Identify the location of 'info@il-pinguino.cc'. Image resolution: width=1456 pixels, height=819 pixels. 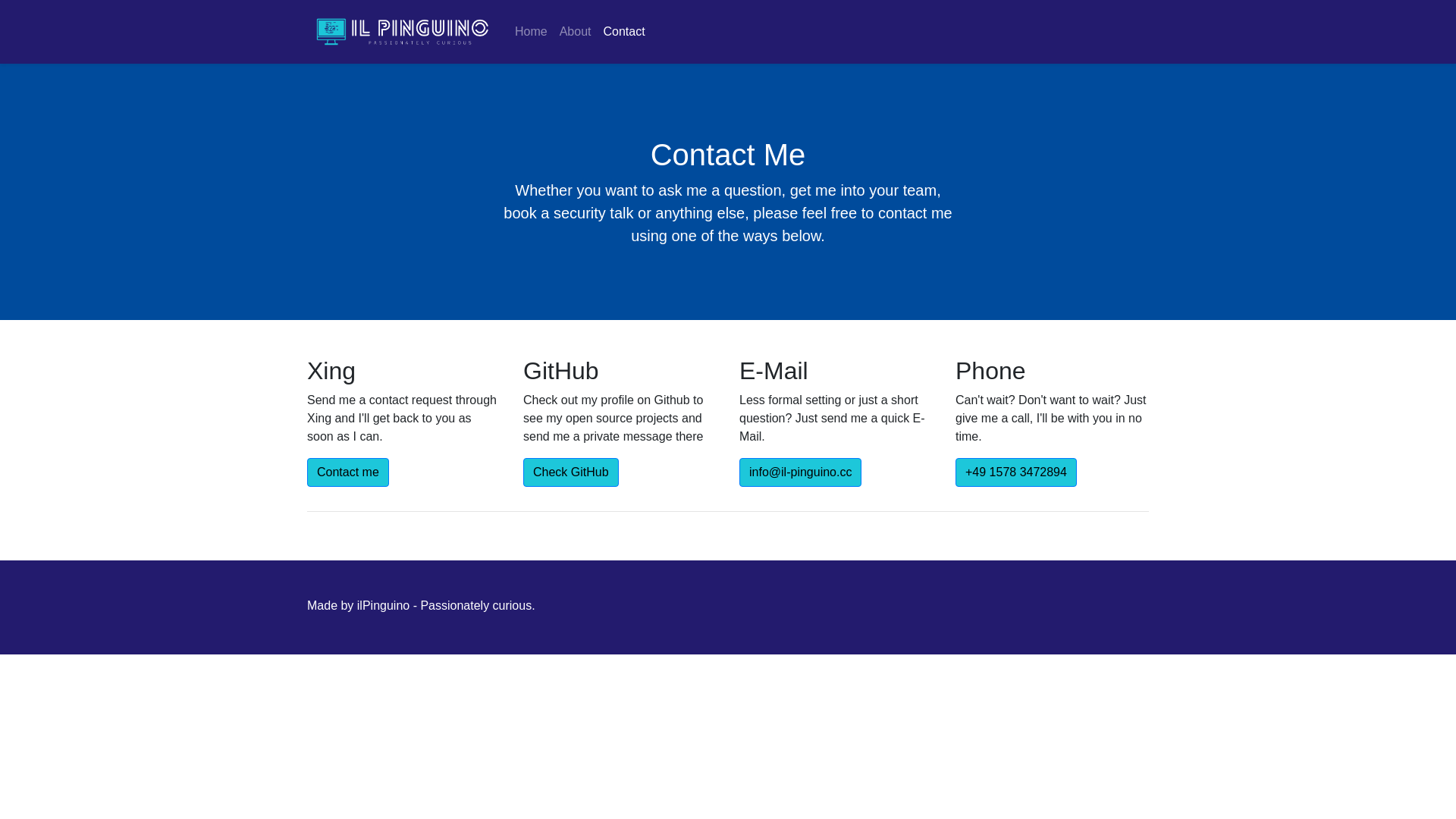
(799, 472).